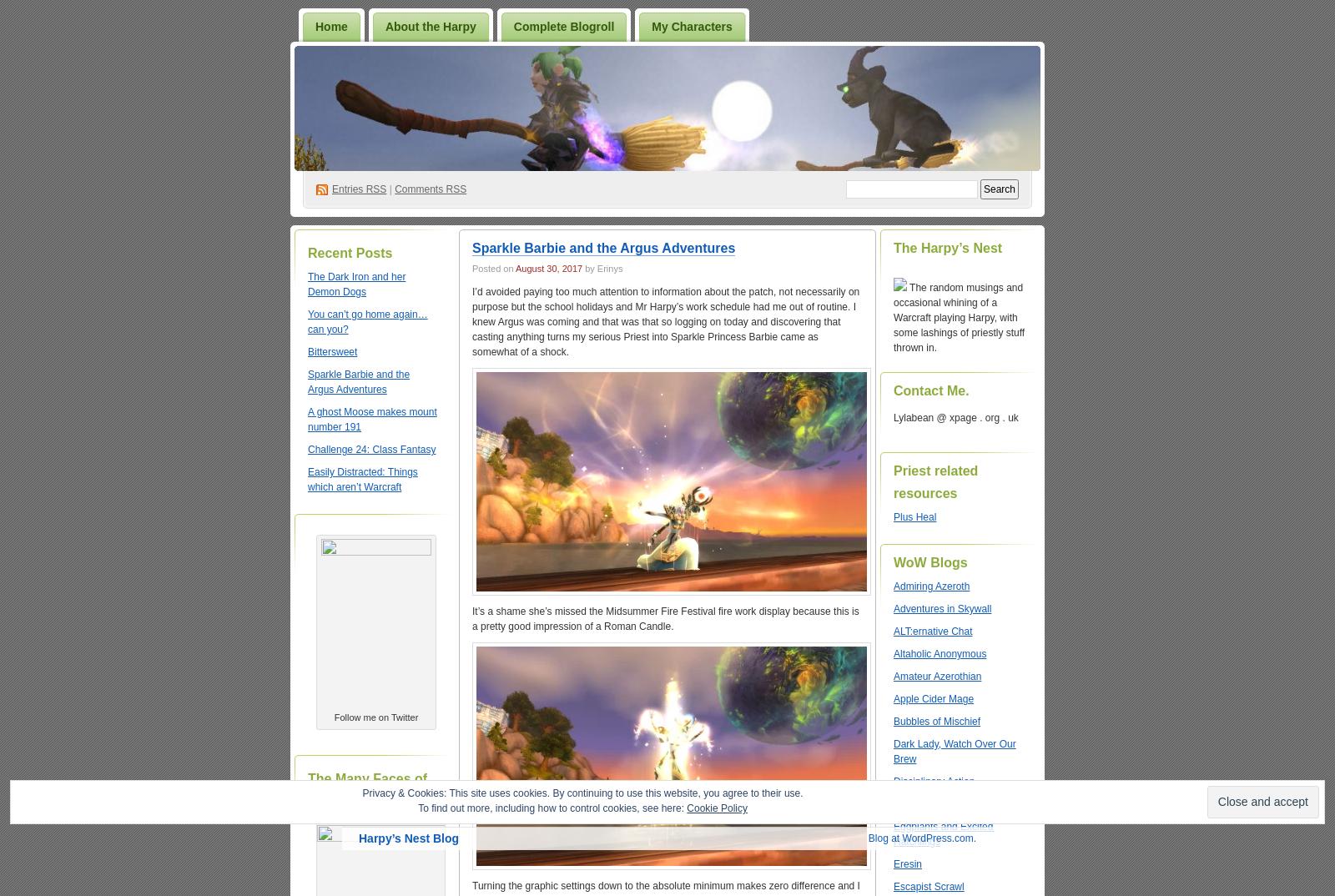 The height and width of the screenshot is (896, 1335). I want to click on 'Blog at WordPress.com.', so click(921, 863).